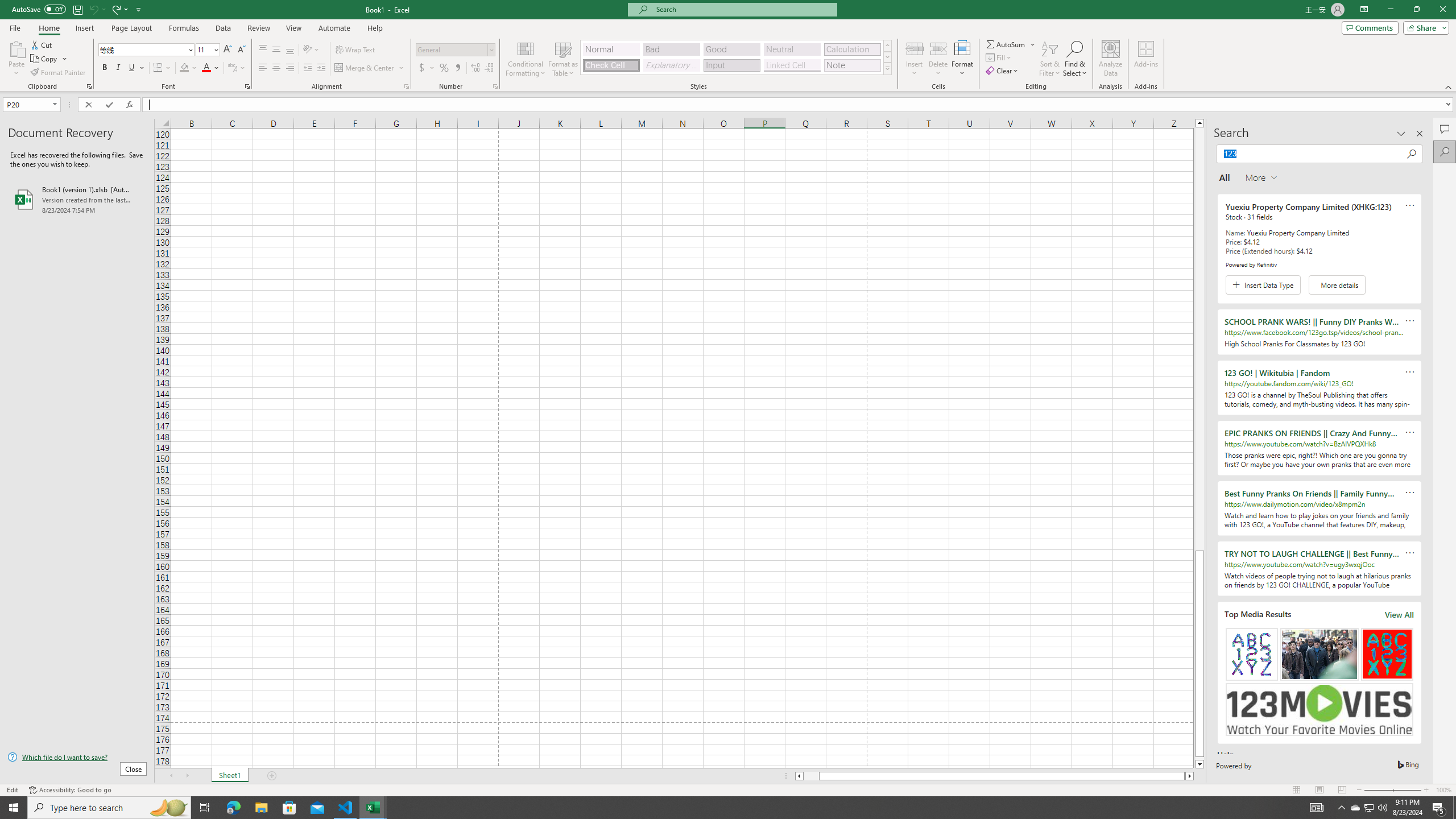  I want to click on 'Borders', so click(162, 67).